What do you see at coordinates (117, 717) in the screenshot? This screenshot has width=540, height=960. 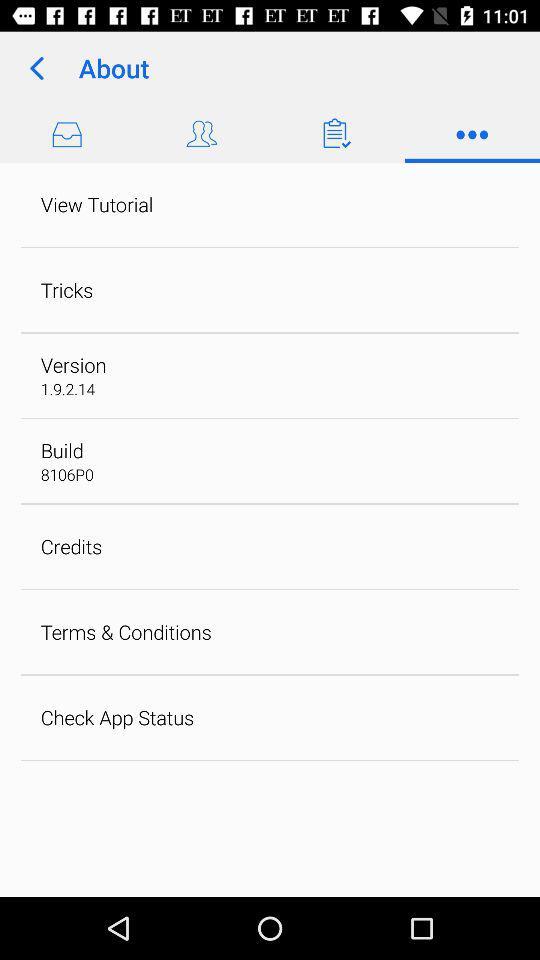 I see `the item at the bottom left corner` at bounding box center [117, 717].